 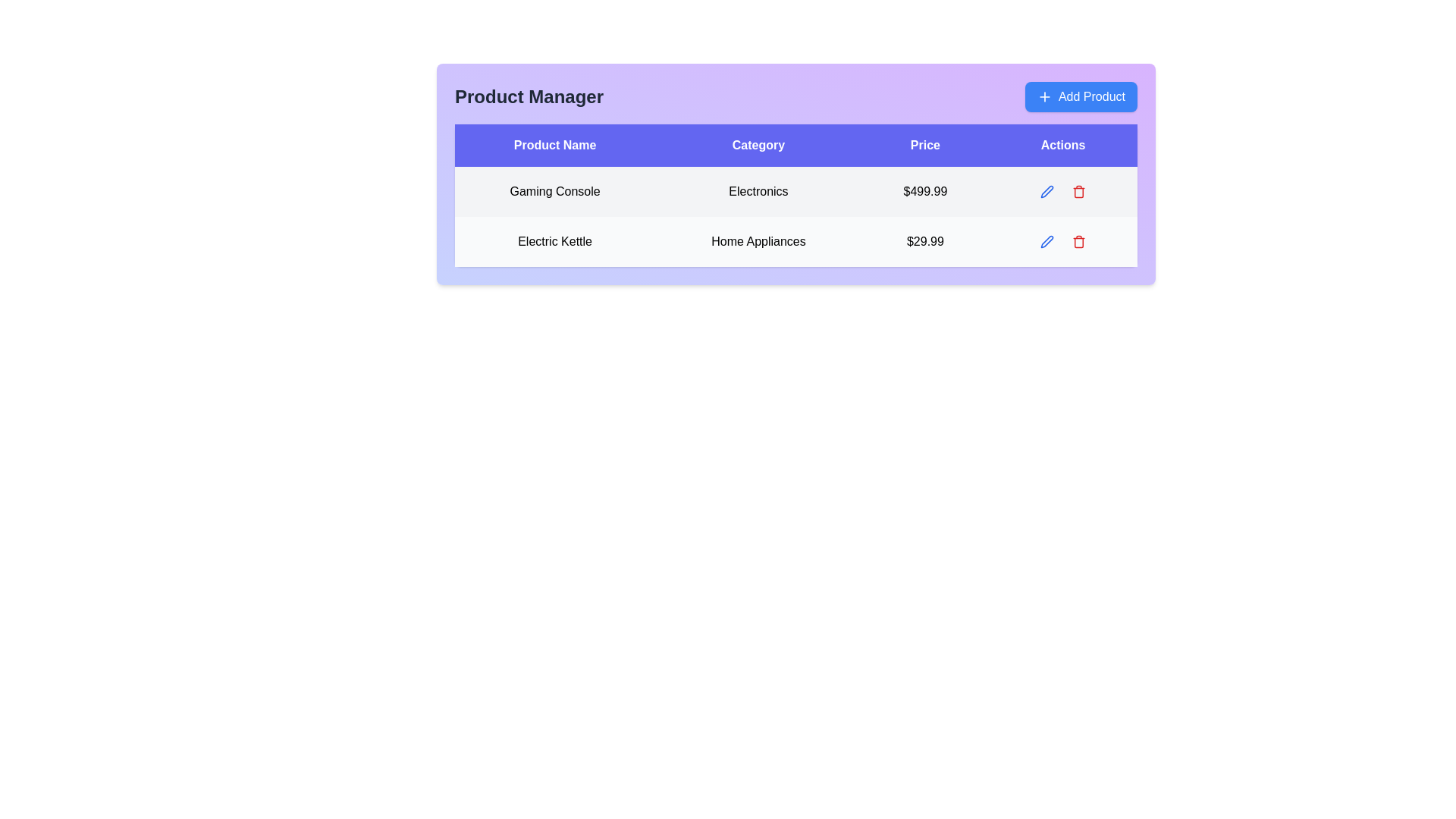 What do you see at coordinates (1046, 241) in the screenshot?
I see `the pen icon in the 'Actions' column of the first row in the table, which represents an edit action for the associated item` at bounding box center [1046, 241].